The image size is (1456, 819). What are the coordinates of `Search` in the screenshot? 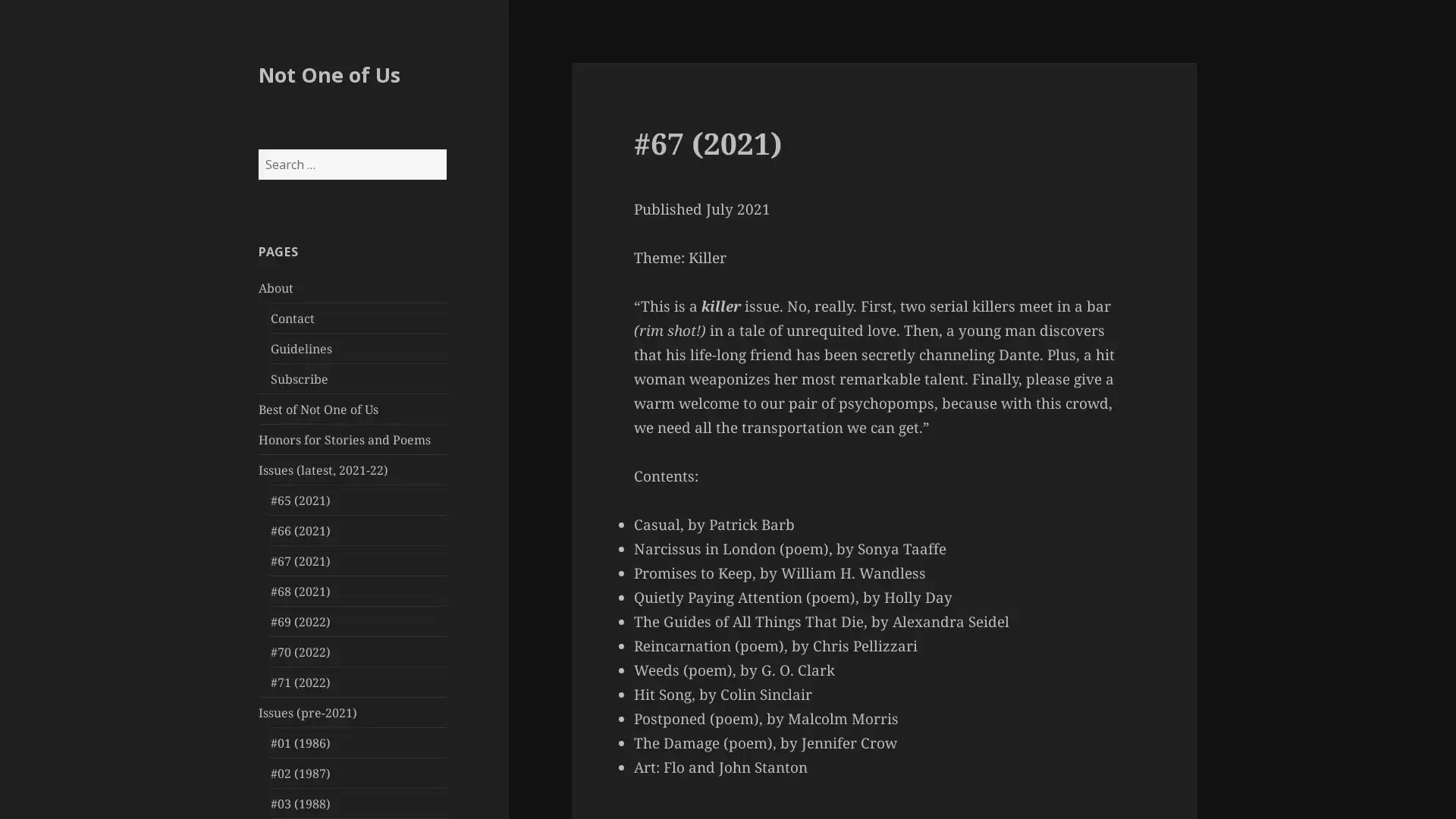 It's located at (444, 149).